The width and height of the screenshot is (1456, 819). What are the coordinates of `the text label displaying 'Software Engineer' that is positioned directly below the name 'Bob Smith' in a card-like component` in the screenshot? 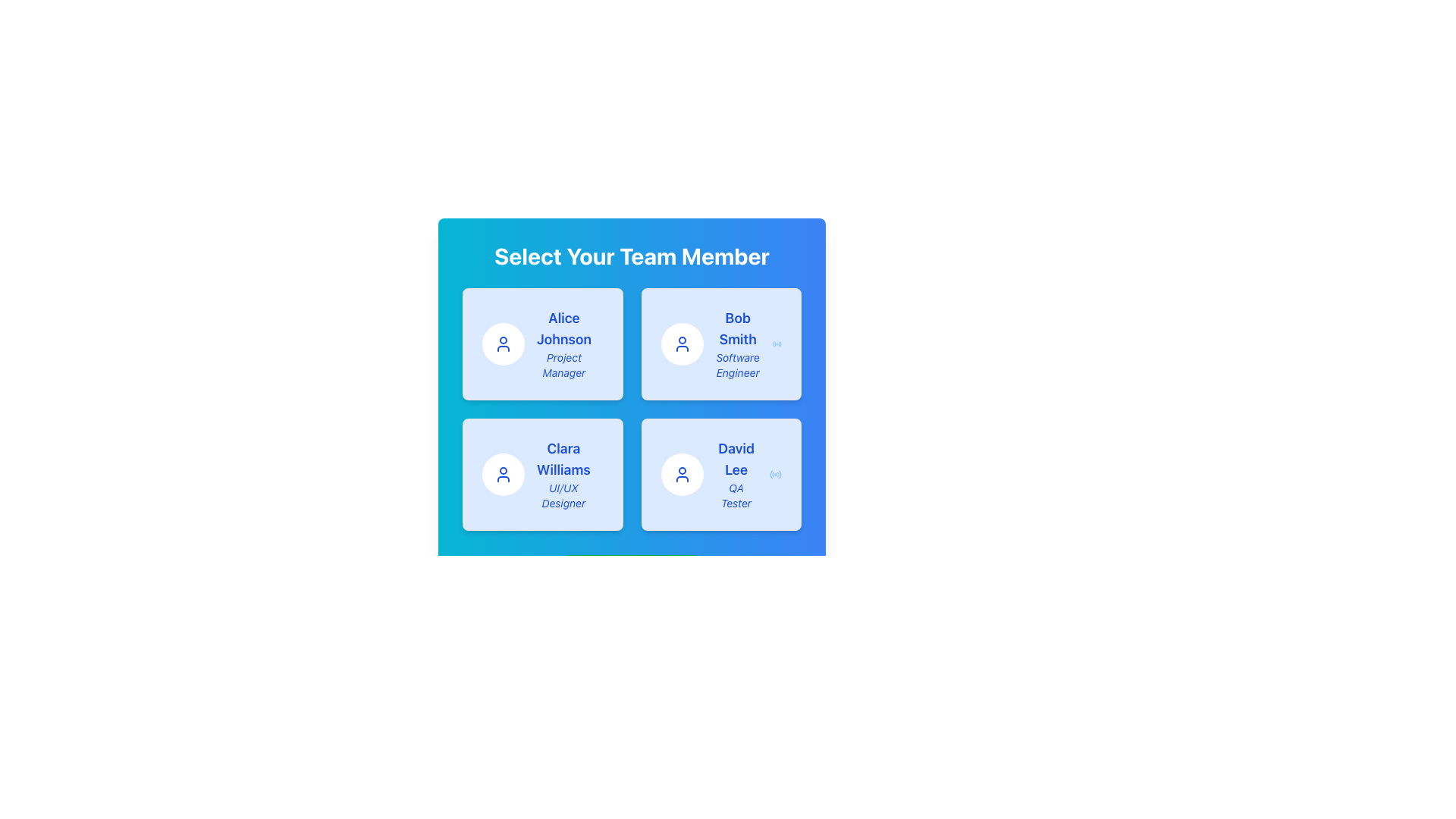 It's located at (738, 366).